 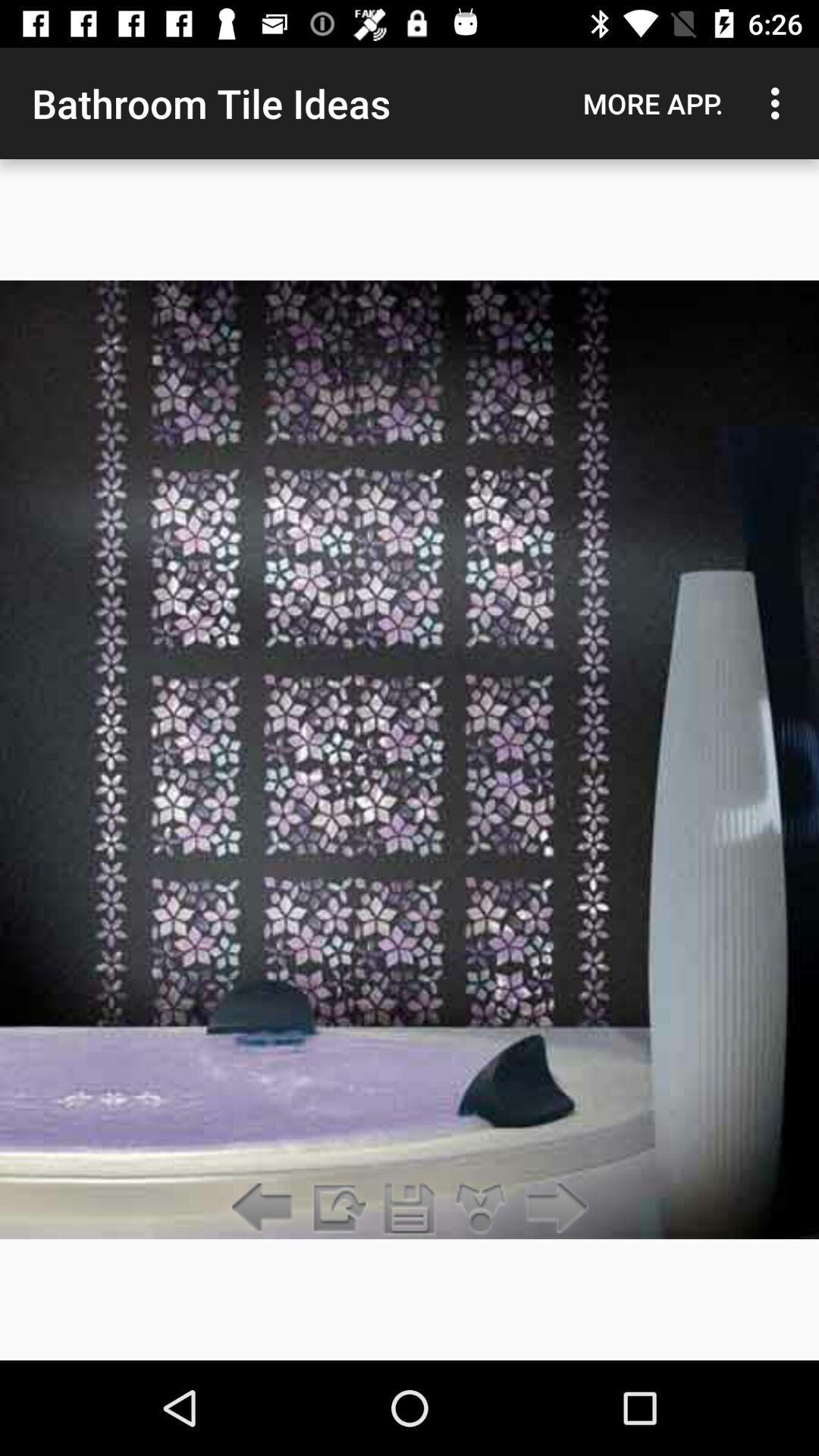 What do you see at coordinates (553, 1208) in the screenshot?
I see `the item at the bottom right corner` at bounding box center [553, 1208].